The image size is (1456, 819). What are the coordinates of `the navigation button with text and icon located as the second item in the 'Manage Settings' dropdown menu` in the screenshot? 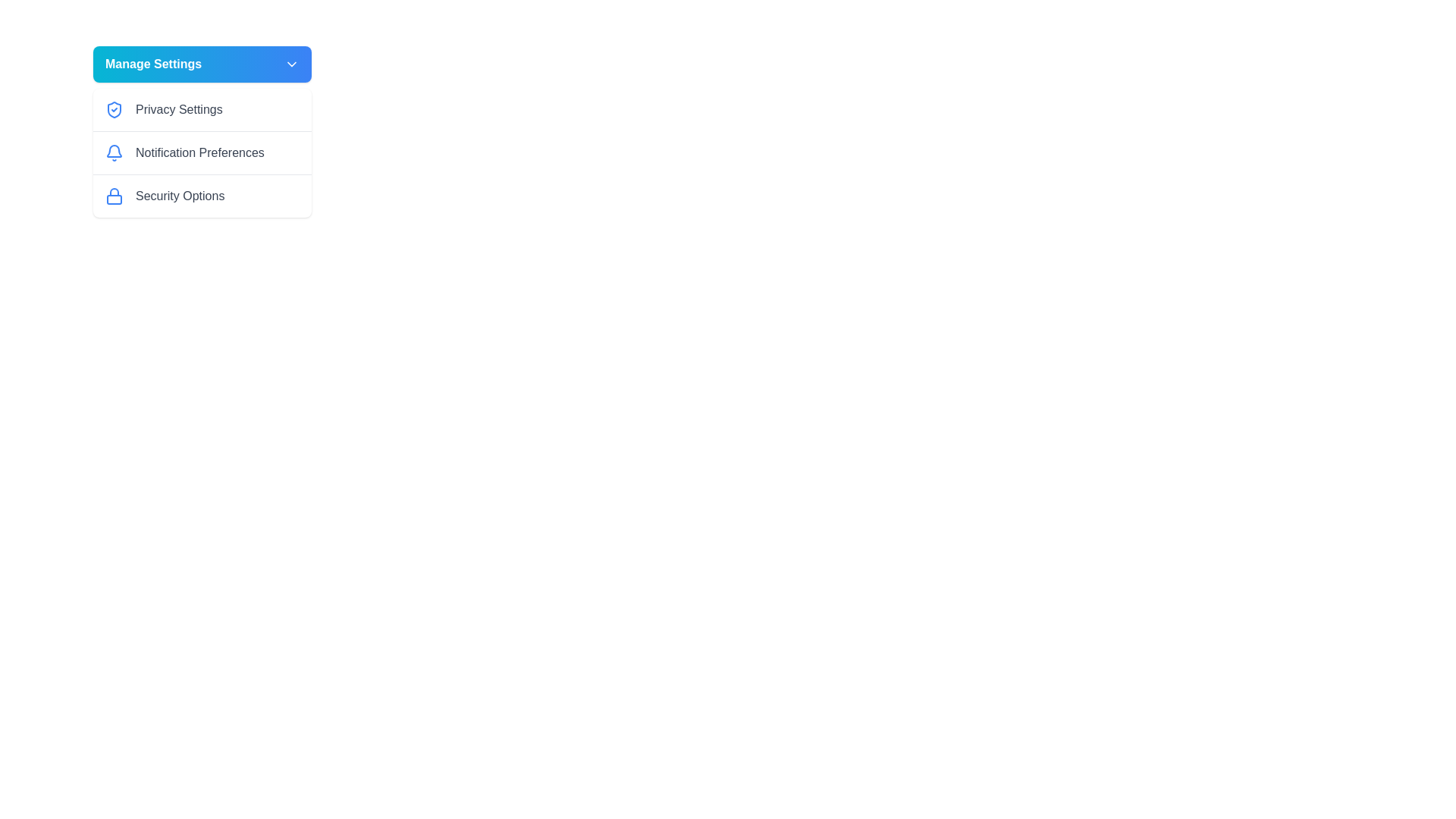 It's located at (202, 152).